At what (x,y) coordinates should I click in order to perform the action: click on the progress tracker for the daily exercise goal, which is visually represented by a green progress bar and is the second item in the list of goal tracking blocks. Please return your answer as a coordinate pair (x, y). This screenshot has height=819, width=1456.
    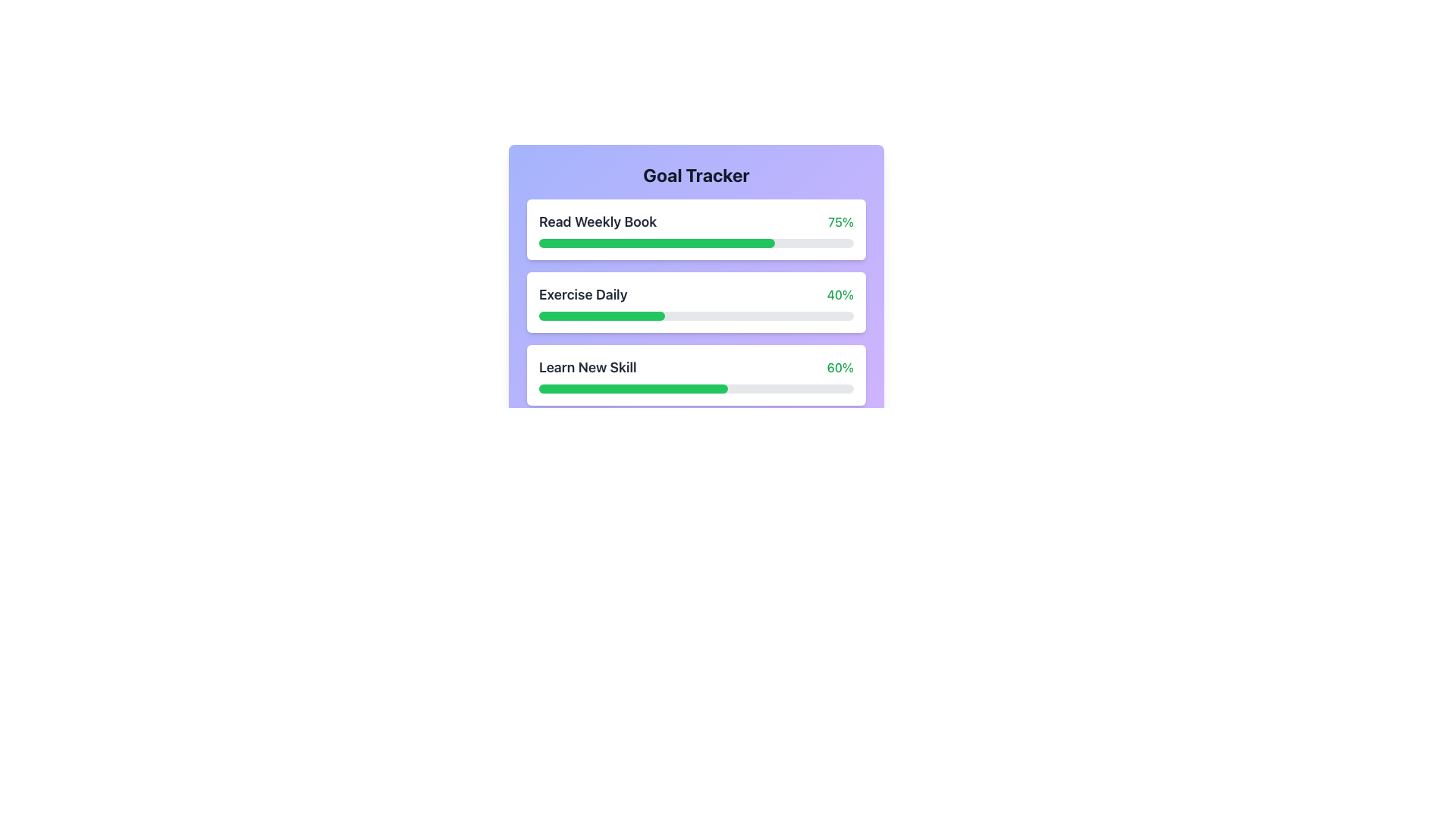
    Looking at the image, I should click on (695, 302).